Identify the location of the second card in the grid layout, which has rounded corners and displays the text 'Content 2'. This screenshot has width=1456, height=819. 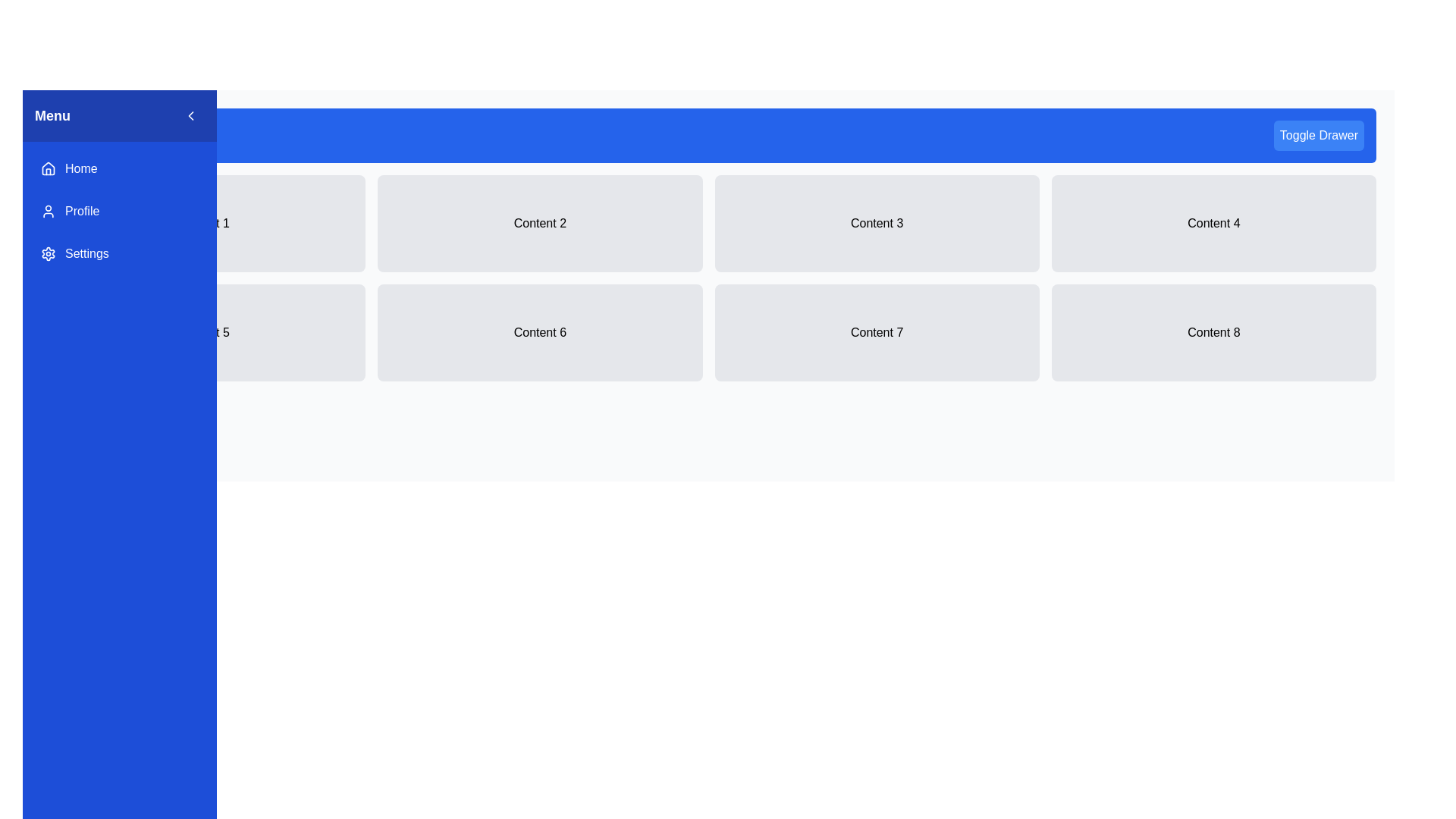
(540, 223).